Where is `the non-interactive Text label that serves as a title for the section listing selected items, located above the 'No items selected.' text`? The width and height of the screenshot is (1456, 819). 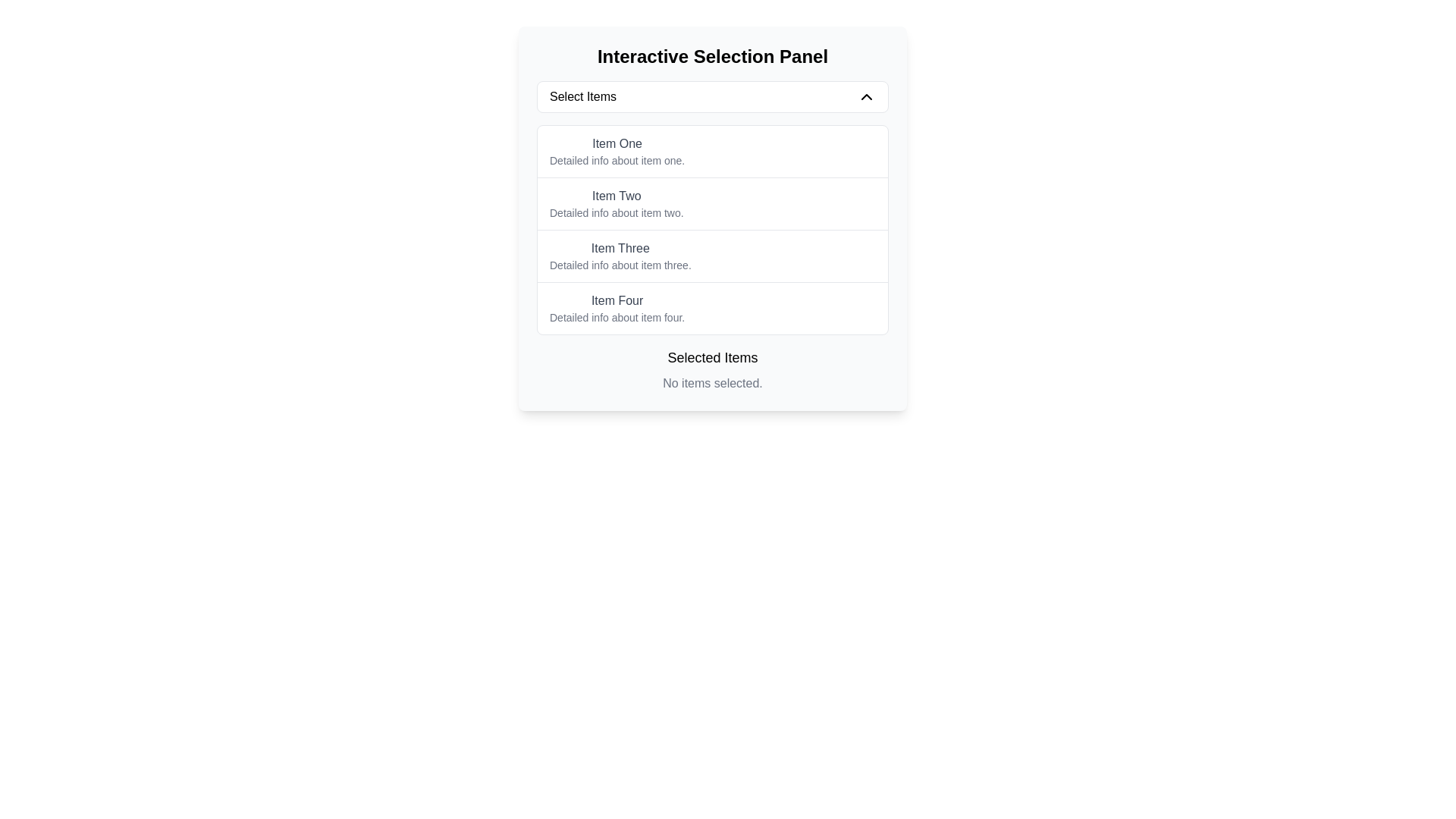 the non-interactive Text label that serves as a title for the section listing selected items, located above the 'No items selected.' text is located at coordinates (712, 357).